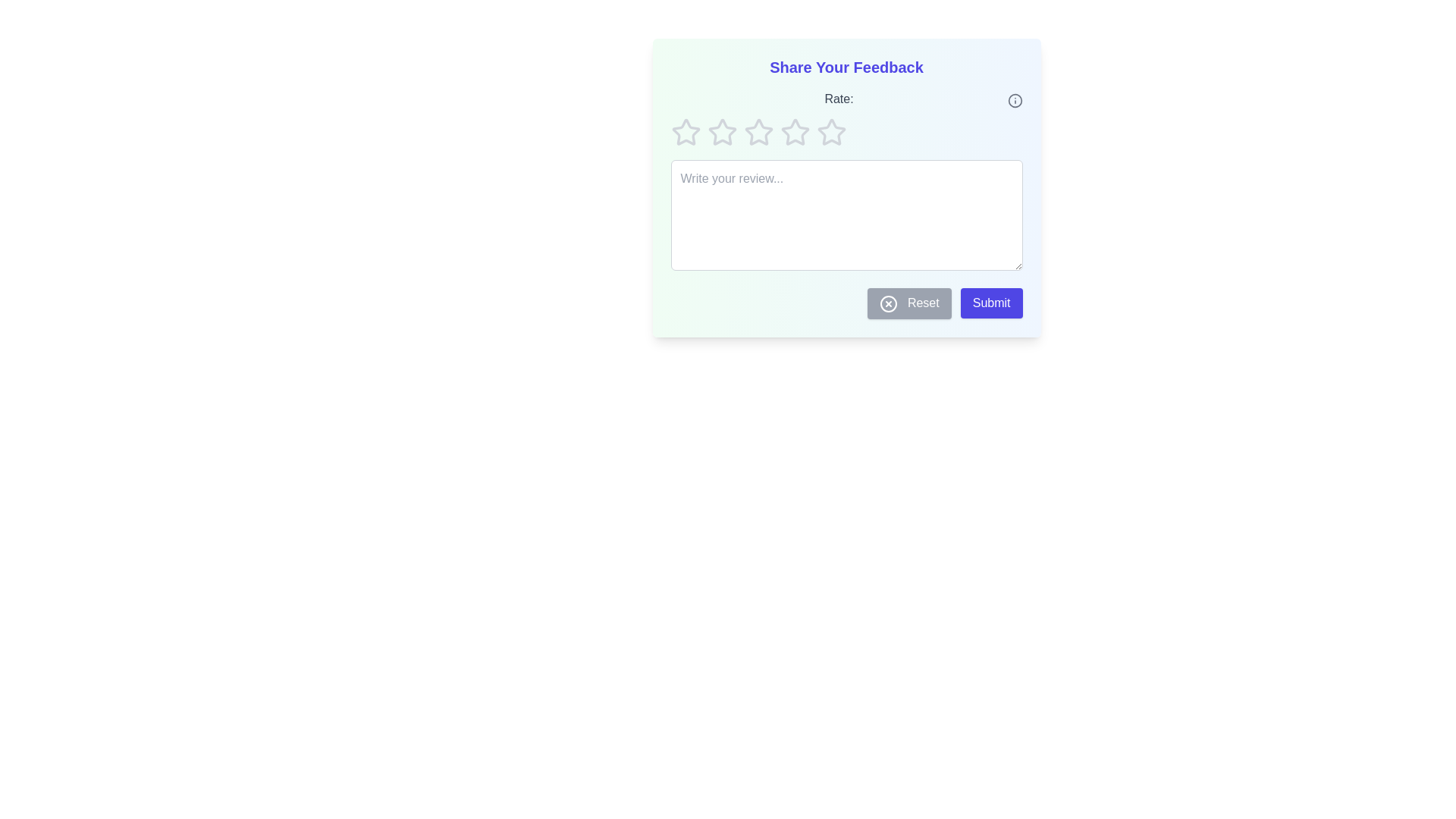 This screenshot has height=819, width=1456. Describe the element at coordinates (685, 131) in the screenshot. I see `the star corresponding to 1 to preview the rating` at that location.